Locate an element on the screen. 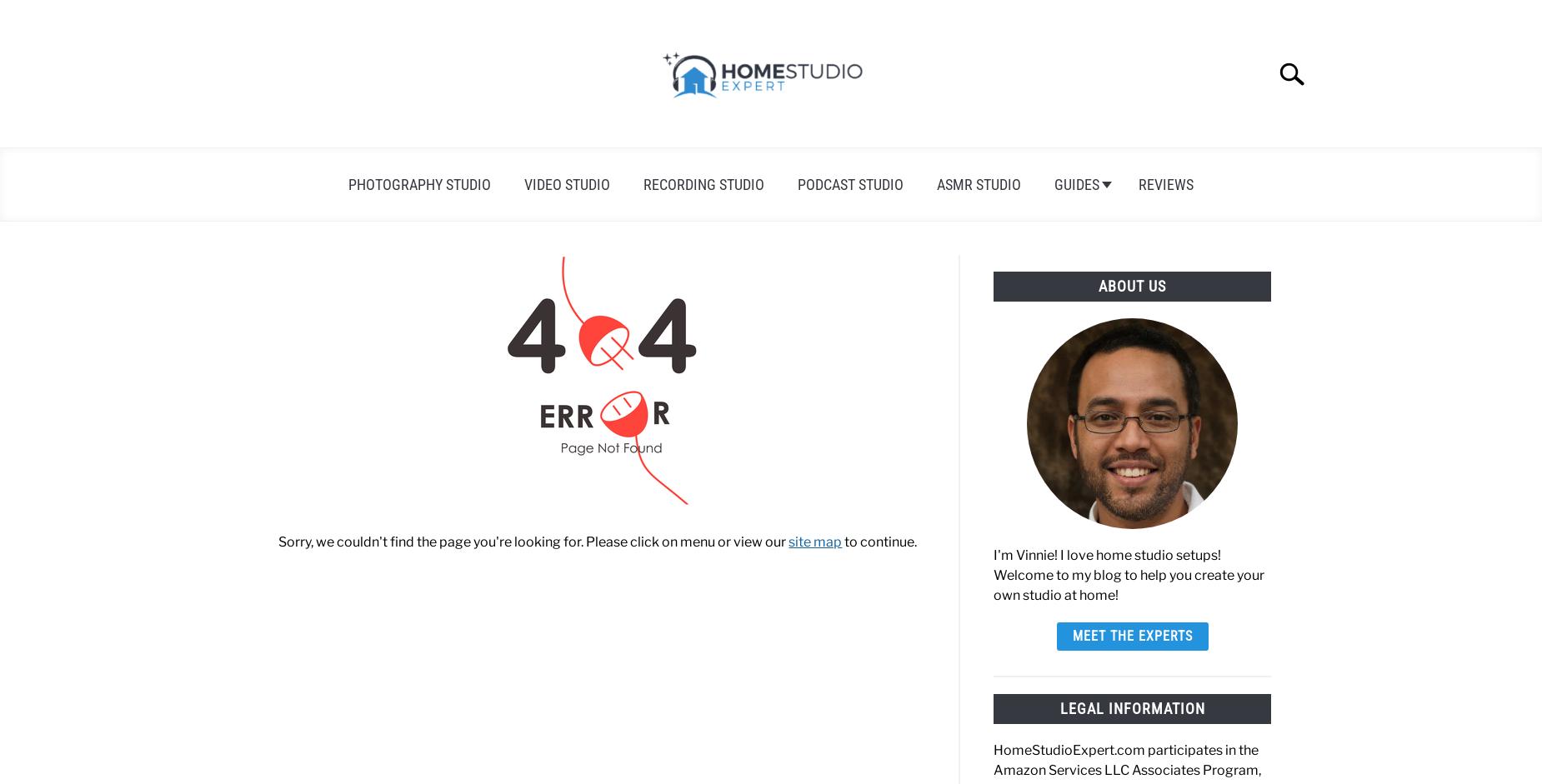  'Reviews' is located at coordinates (1138, 183).